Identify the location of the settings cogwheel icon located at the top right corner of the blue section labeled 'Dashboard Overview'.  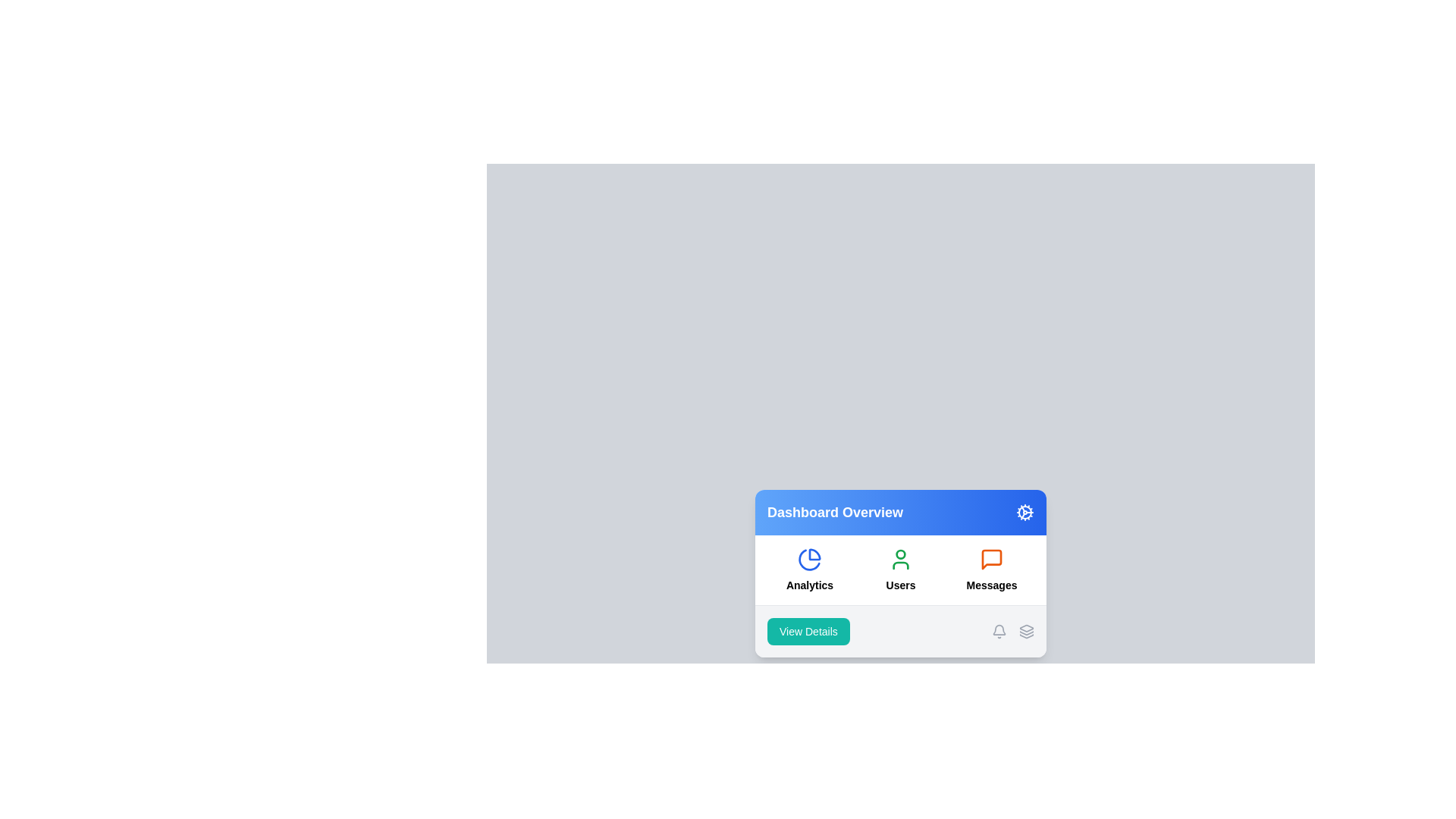
(1025, 512).